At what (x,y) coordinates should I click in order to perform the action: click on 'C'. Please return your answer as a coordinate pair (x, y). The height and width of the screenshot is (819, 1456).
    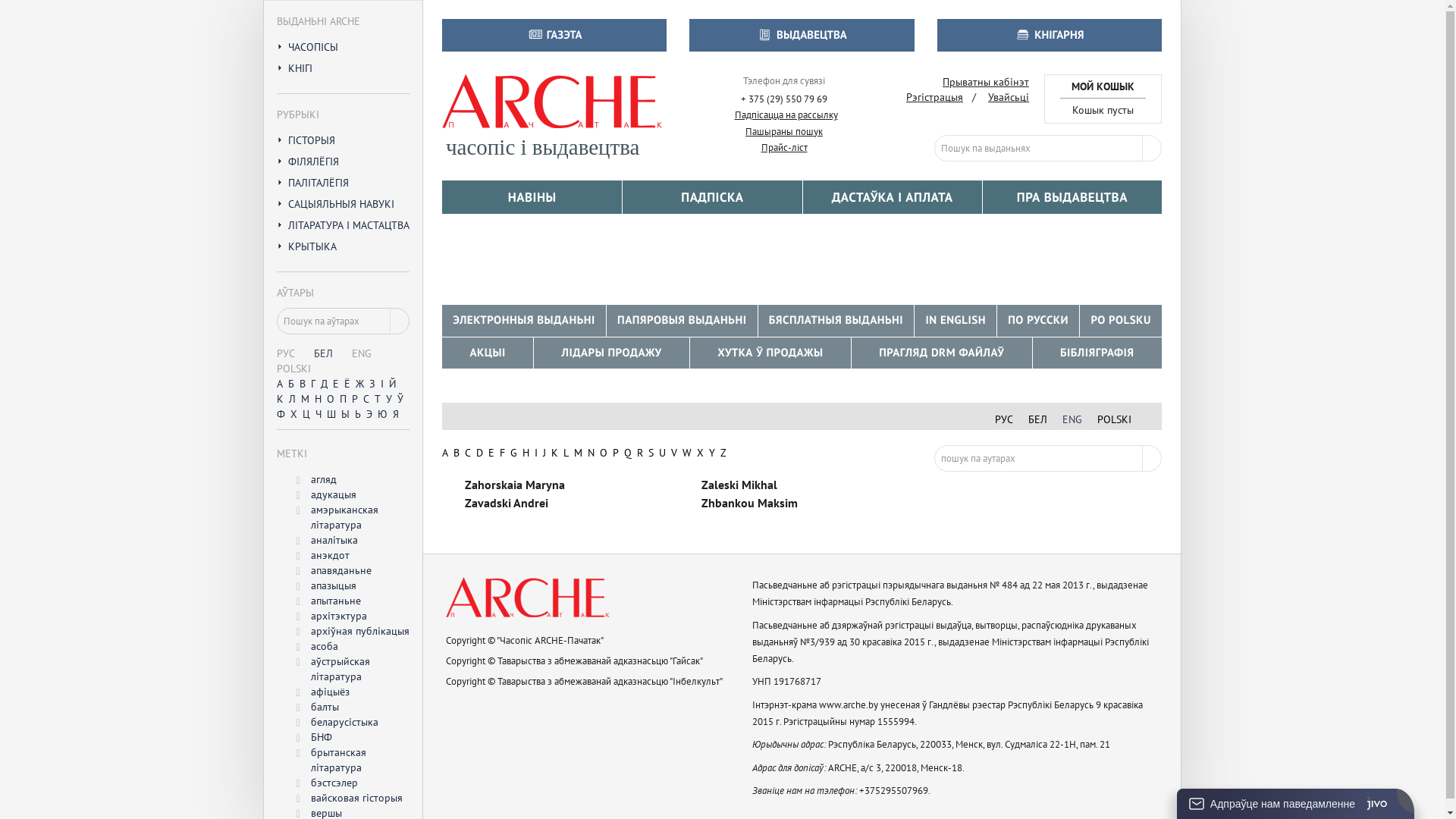
    Looking at the image, I should click on (464, 452).